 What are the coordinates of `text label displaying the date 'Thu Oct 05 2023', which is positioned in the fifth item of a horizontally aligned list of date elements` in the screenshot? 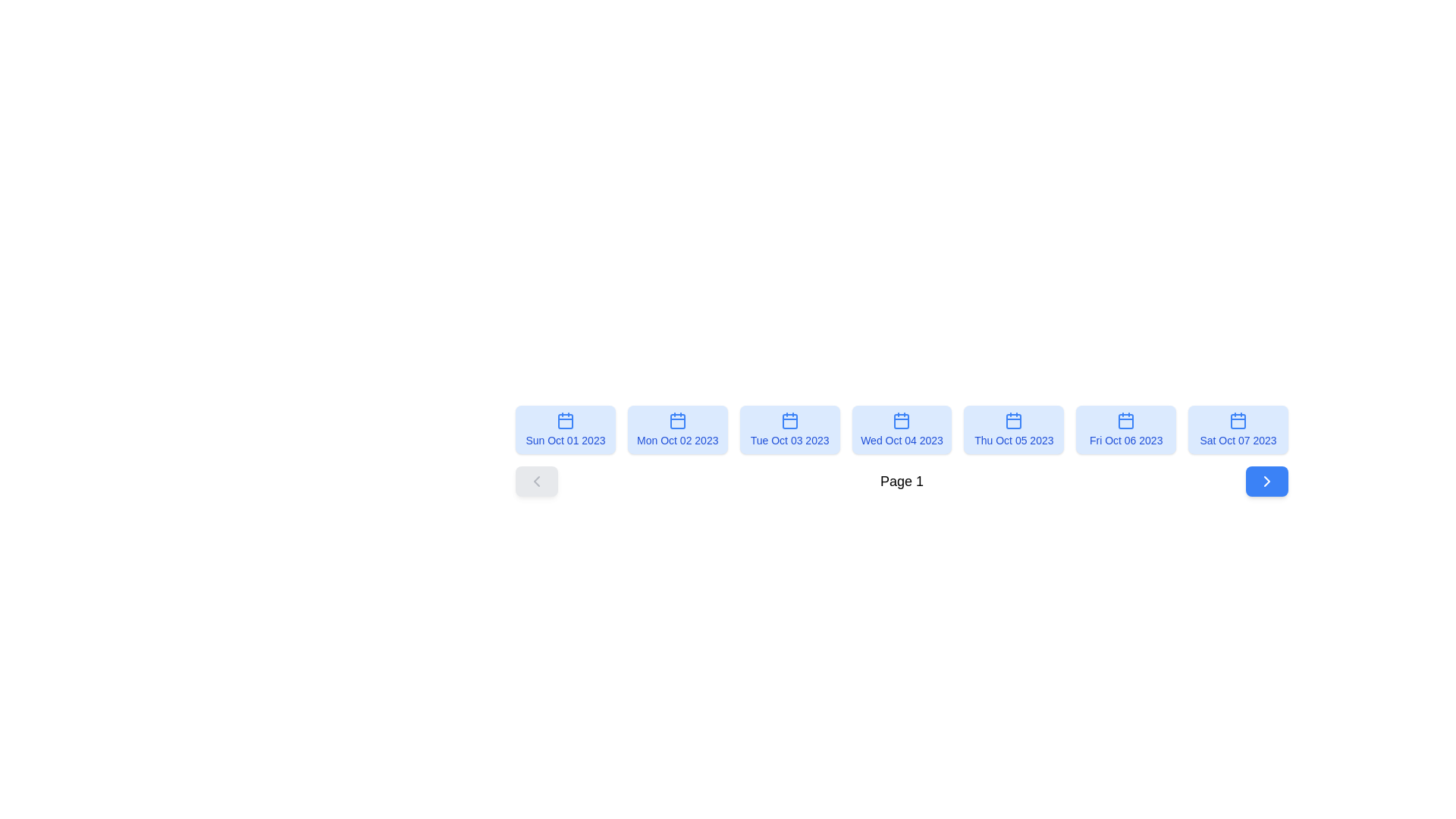 It's located at (1014, 441).